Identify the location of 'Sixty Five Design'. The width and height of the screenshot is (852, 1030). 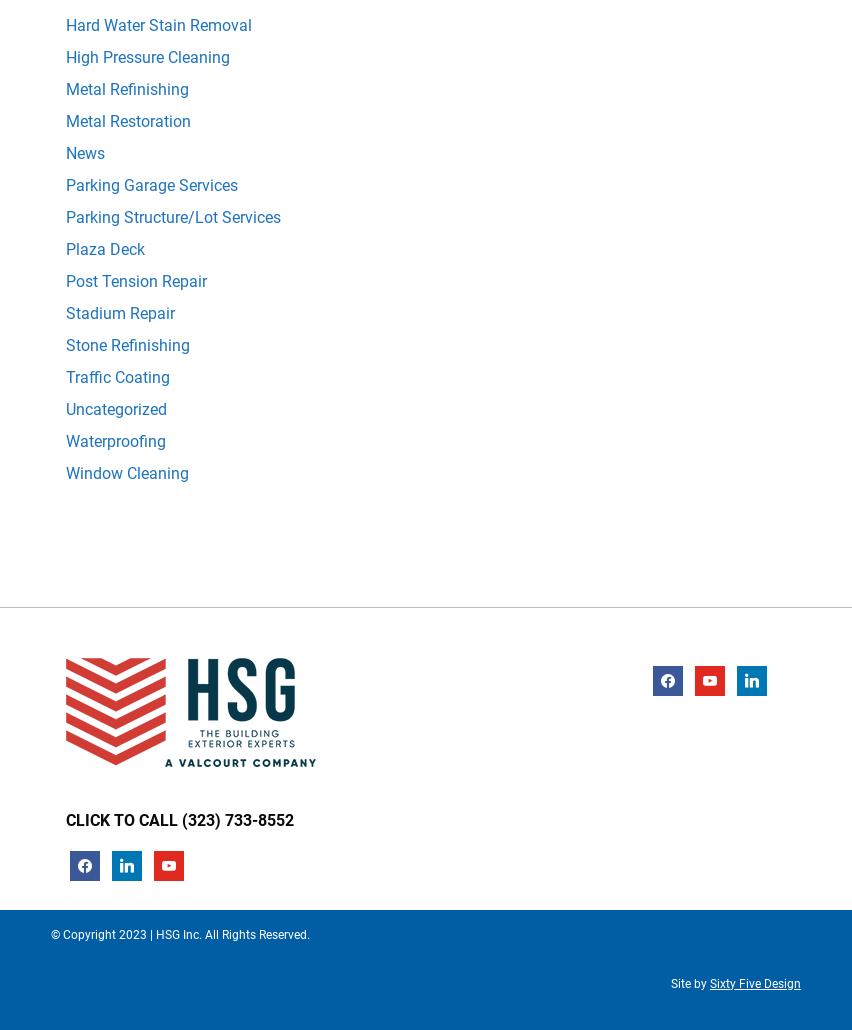
(709, 982).